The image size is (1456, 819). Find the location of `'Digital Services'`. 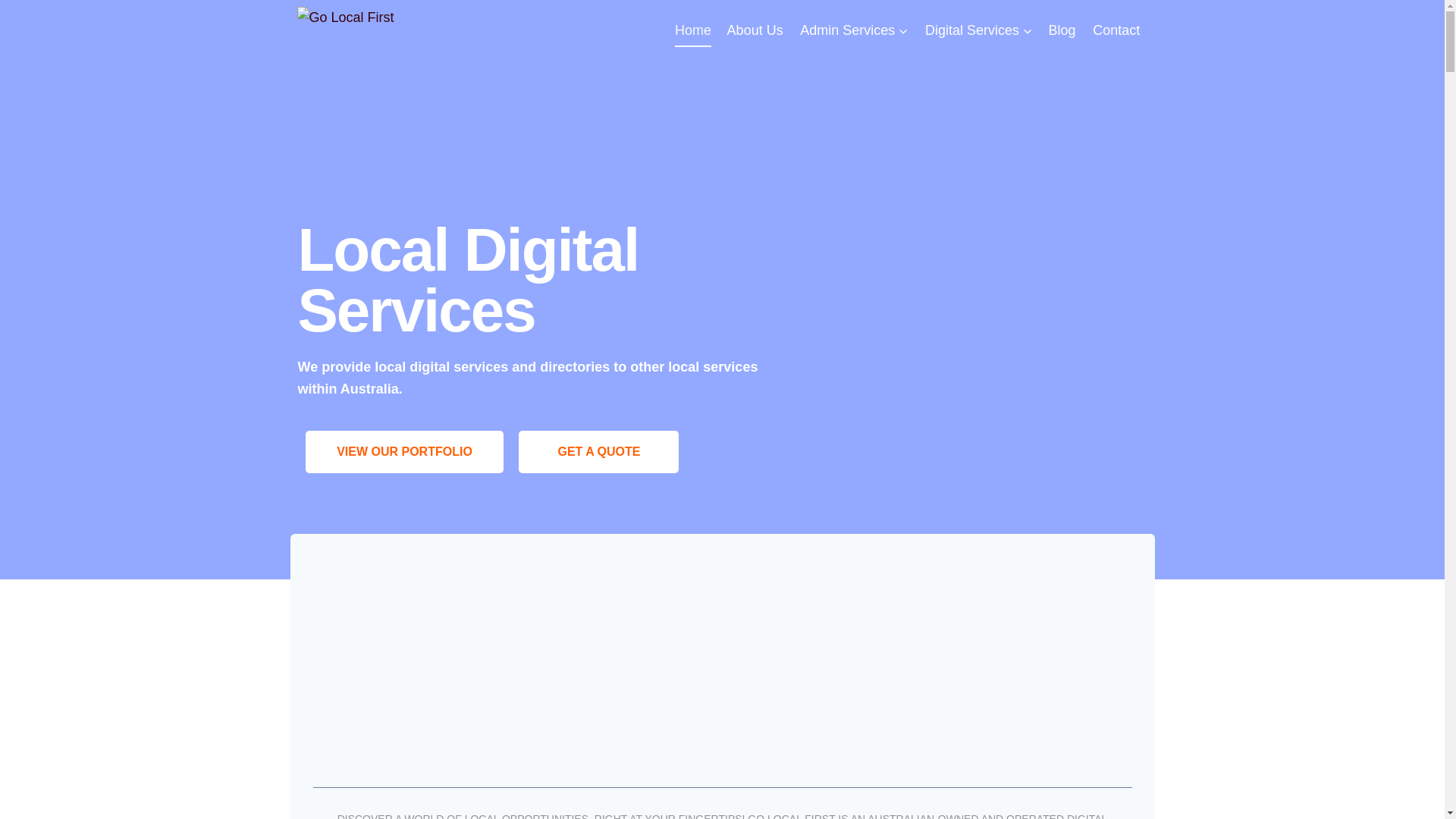

'Digital Services' is located at coordinates (979, 30).